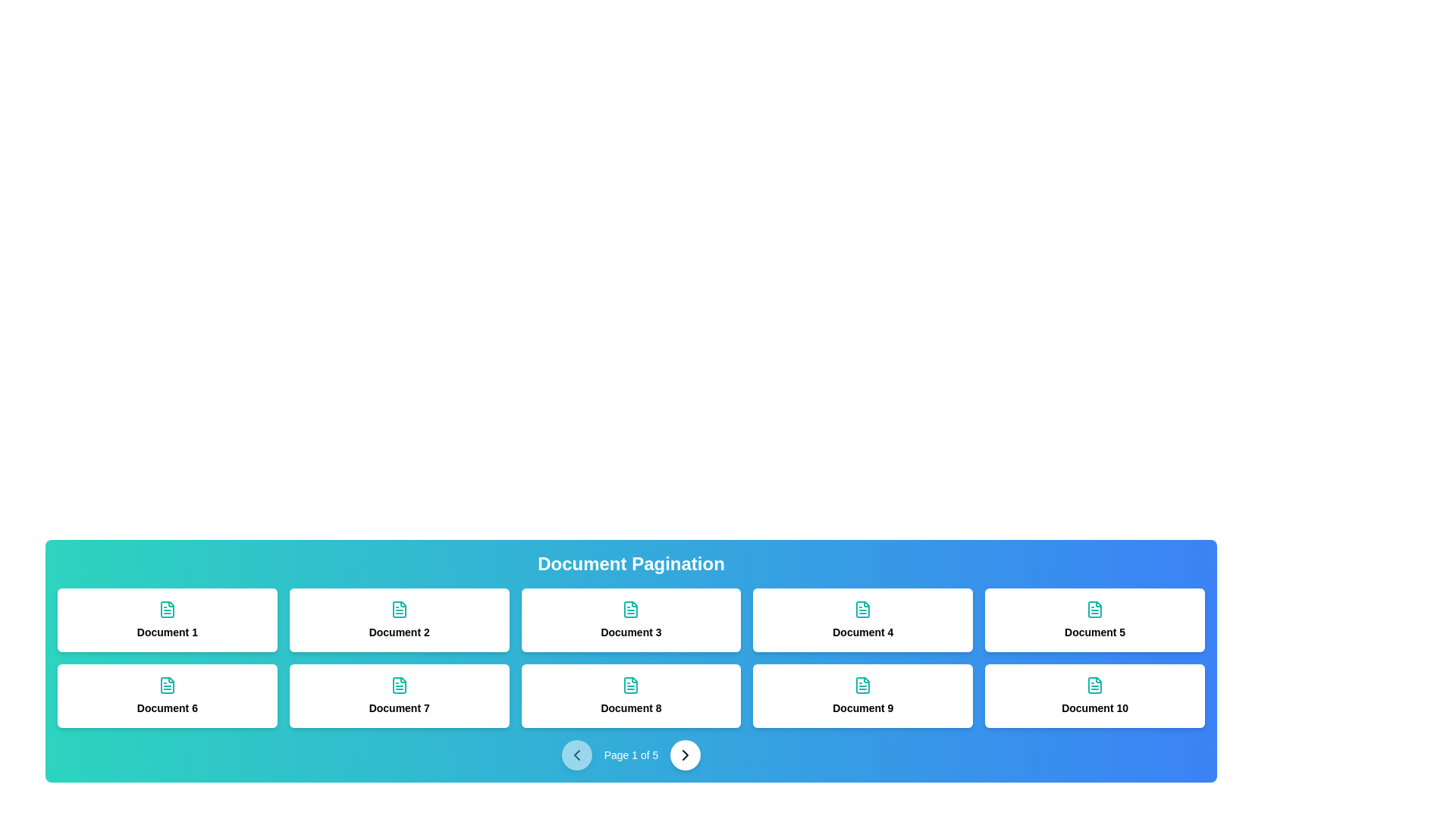  I want to click on the chevron icon located in the pagination controls at the bottom-center of the interface, so click(685, 755).